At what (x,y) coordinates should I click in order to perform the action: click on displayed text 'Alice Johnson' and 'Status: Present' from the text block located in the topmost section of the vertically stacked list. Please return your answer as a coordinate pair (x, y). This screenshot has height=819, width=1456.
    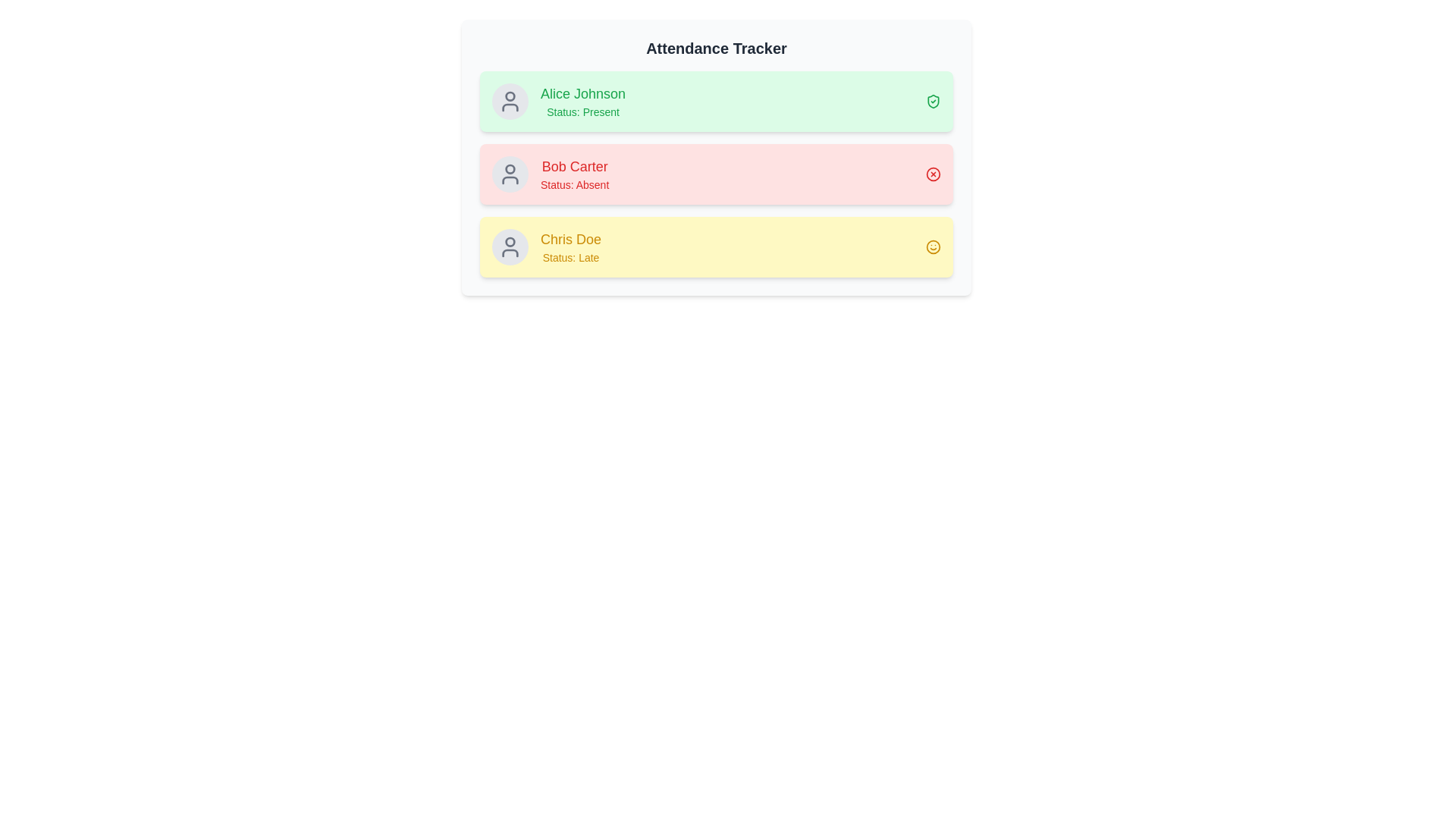
    Looking at the image, I should click on (582, 102).